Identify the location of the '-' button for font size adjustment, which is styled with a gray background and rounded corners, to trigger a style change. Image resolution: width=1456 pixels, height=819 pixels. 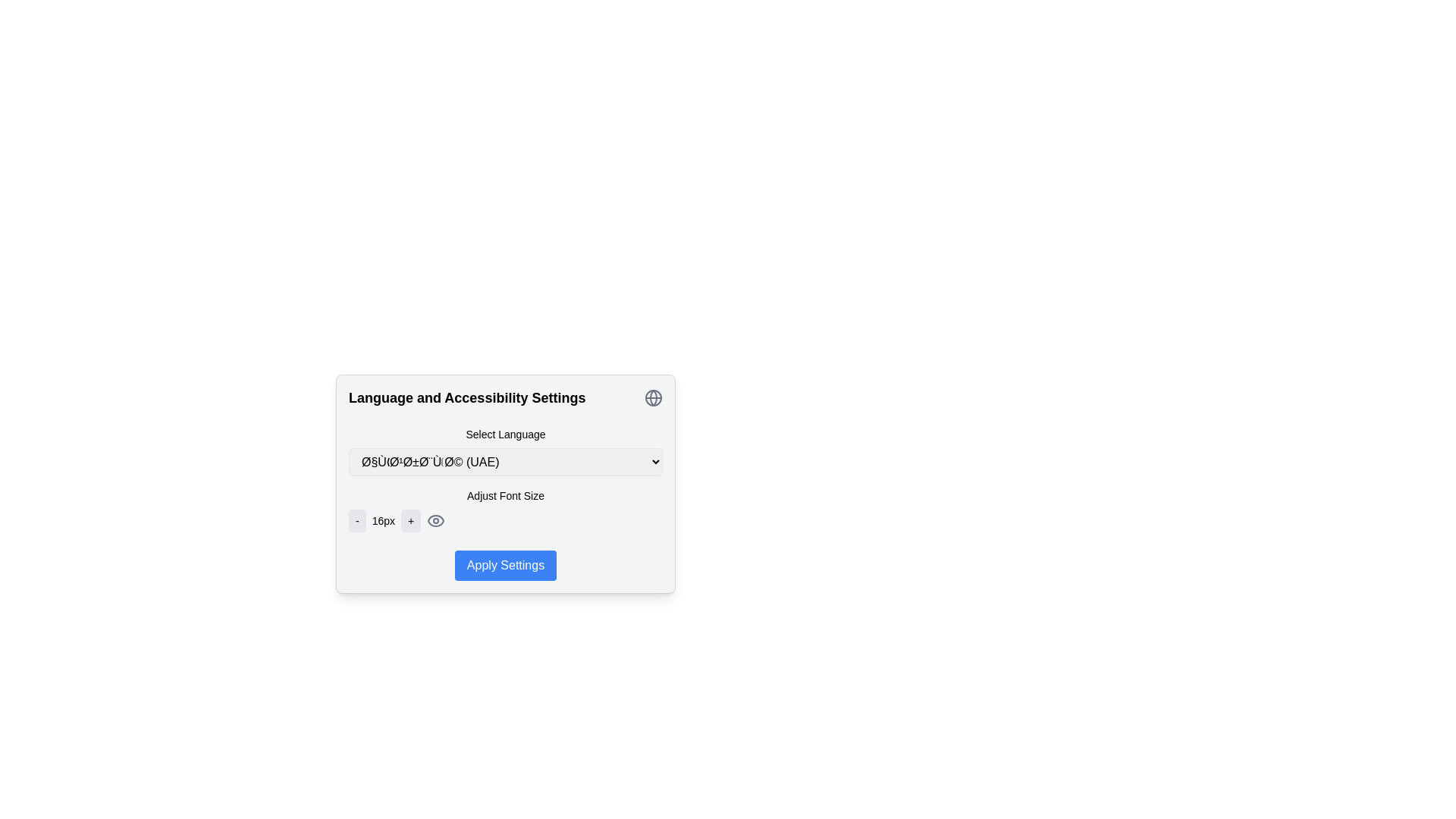
(356, 519).